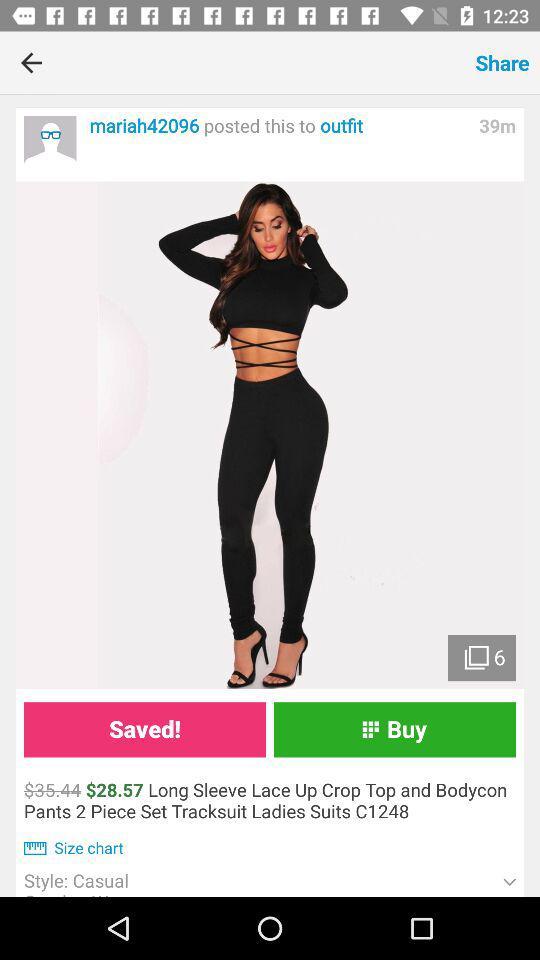 The height and width of the screenshot is (960, 540). Describe the element at coordinates (143, 728) in the screenshot. I see `the item above 35 44 28 icon` at that location.